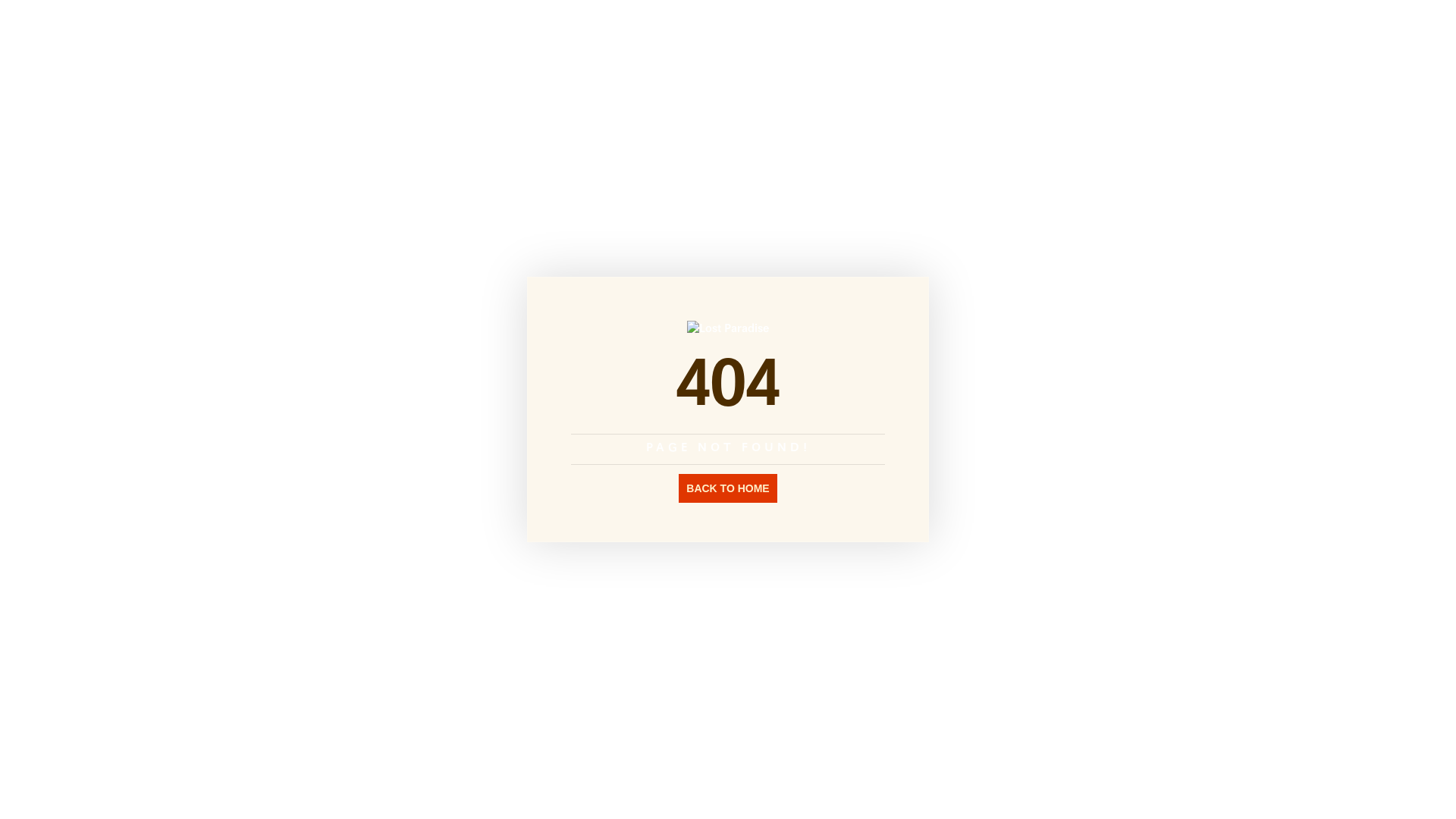 The height and width of the screenshot is (819, 1456). I want to click on 'BACK TO HOME', so click(726, 488).